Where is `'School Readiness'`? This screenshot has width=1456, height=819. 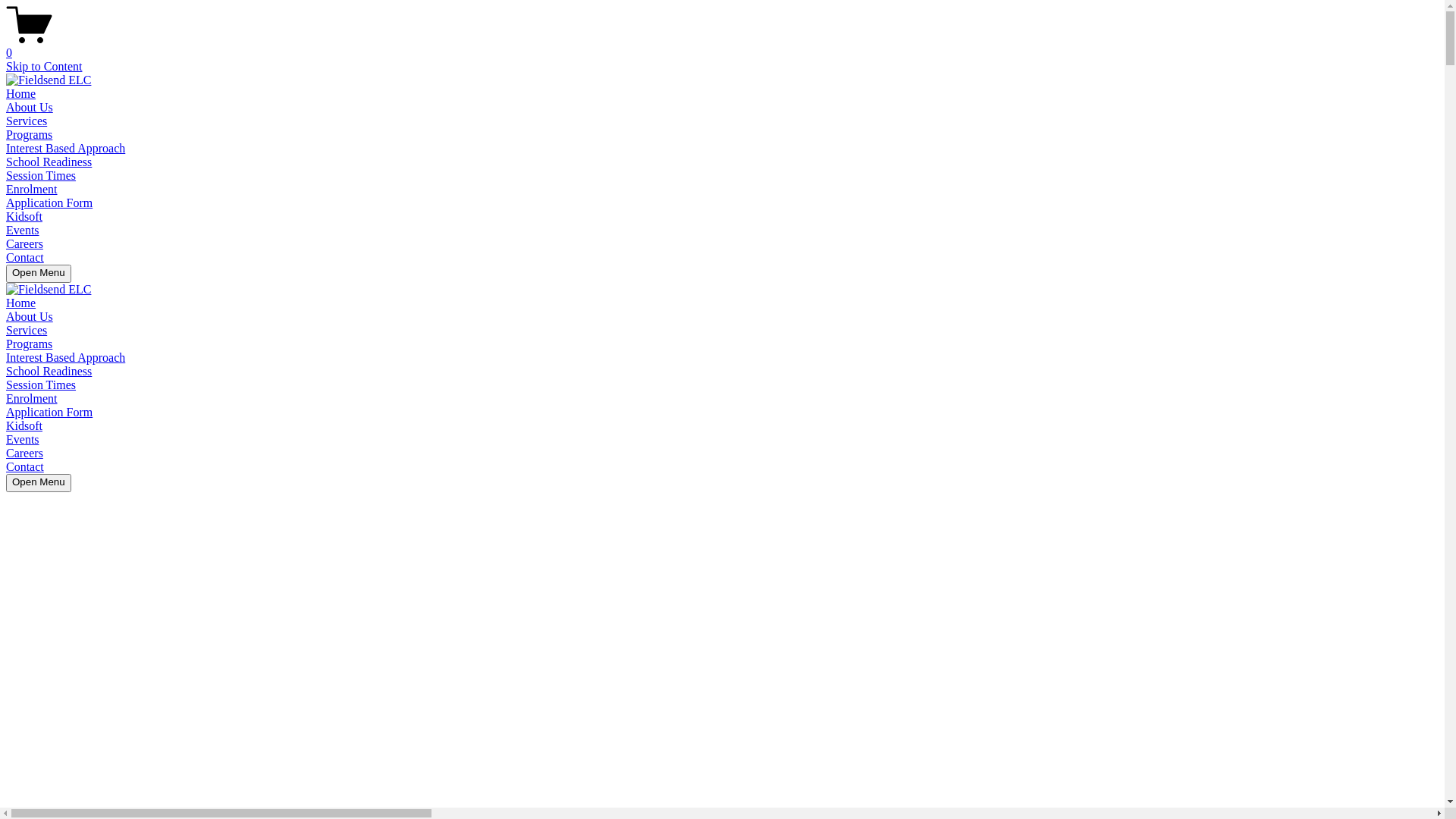 'School Readiness' is located at coordinates (49, 162).